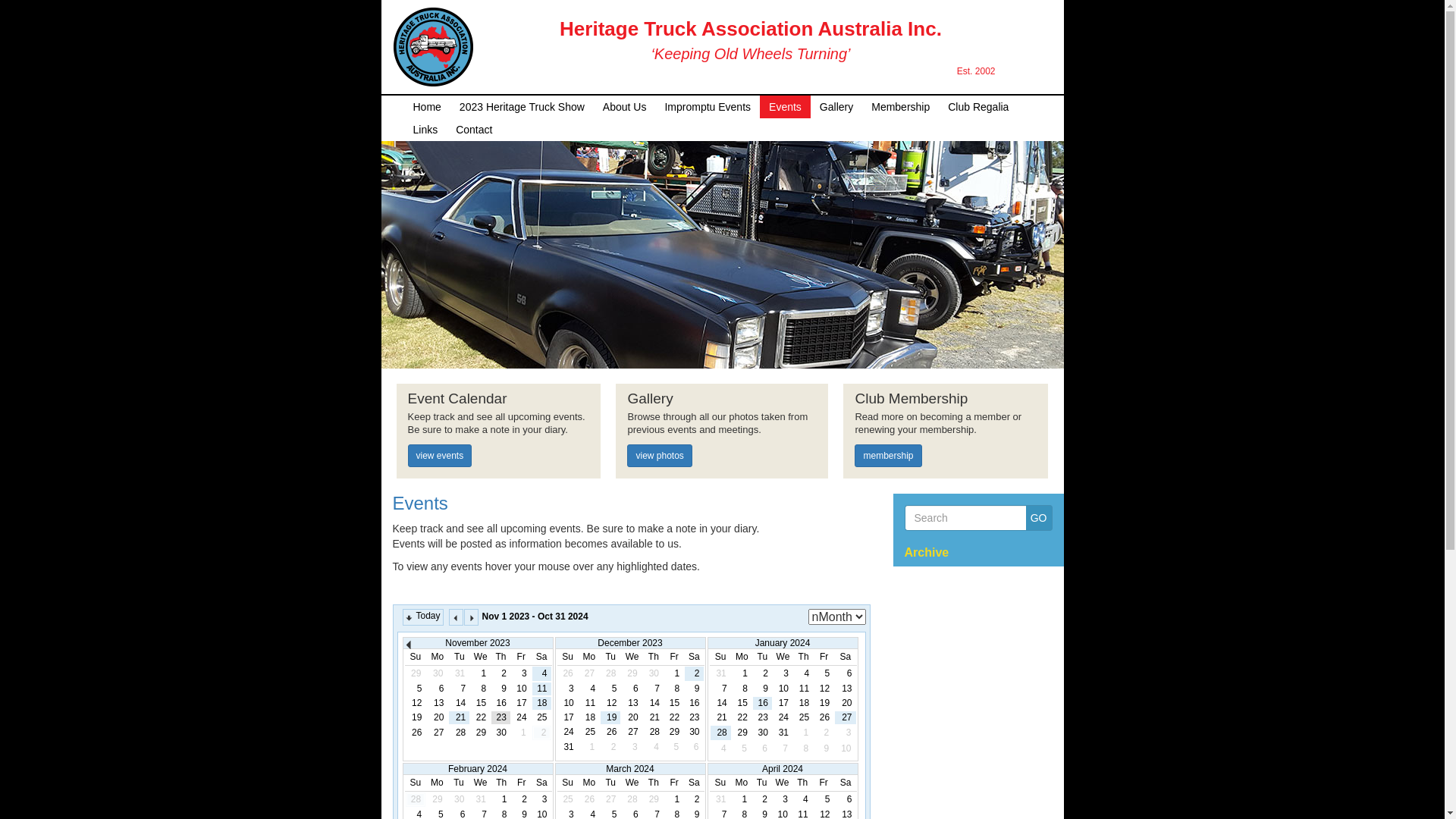 The image size is (1456, 819). Describe the element at coordinates (588, 689) in the screenshot. I see `'4'` at that location.